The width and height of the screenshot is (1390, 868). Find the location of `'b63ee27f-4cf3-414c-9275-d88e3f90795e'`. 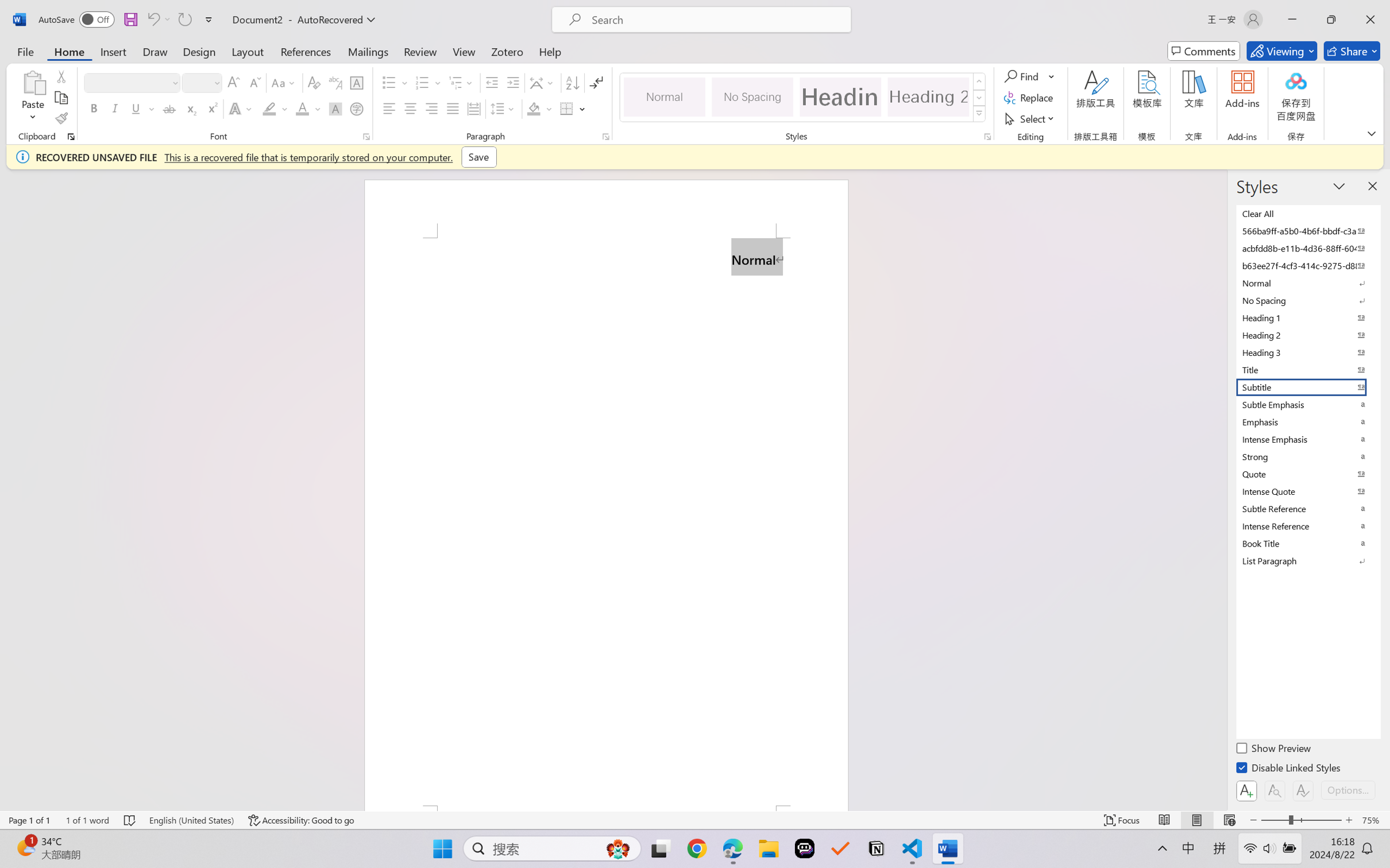

'b63ee27f-4cf3-414c-9275-d88e3f90795e' is located at coordinates (1307, 265).